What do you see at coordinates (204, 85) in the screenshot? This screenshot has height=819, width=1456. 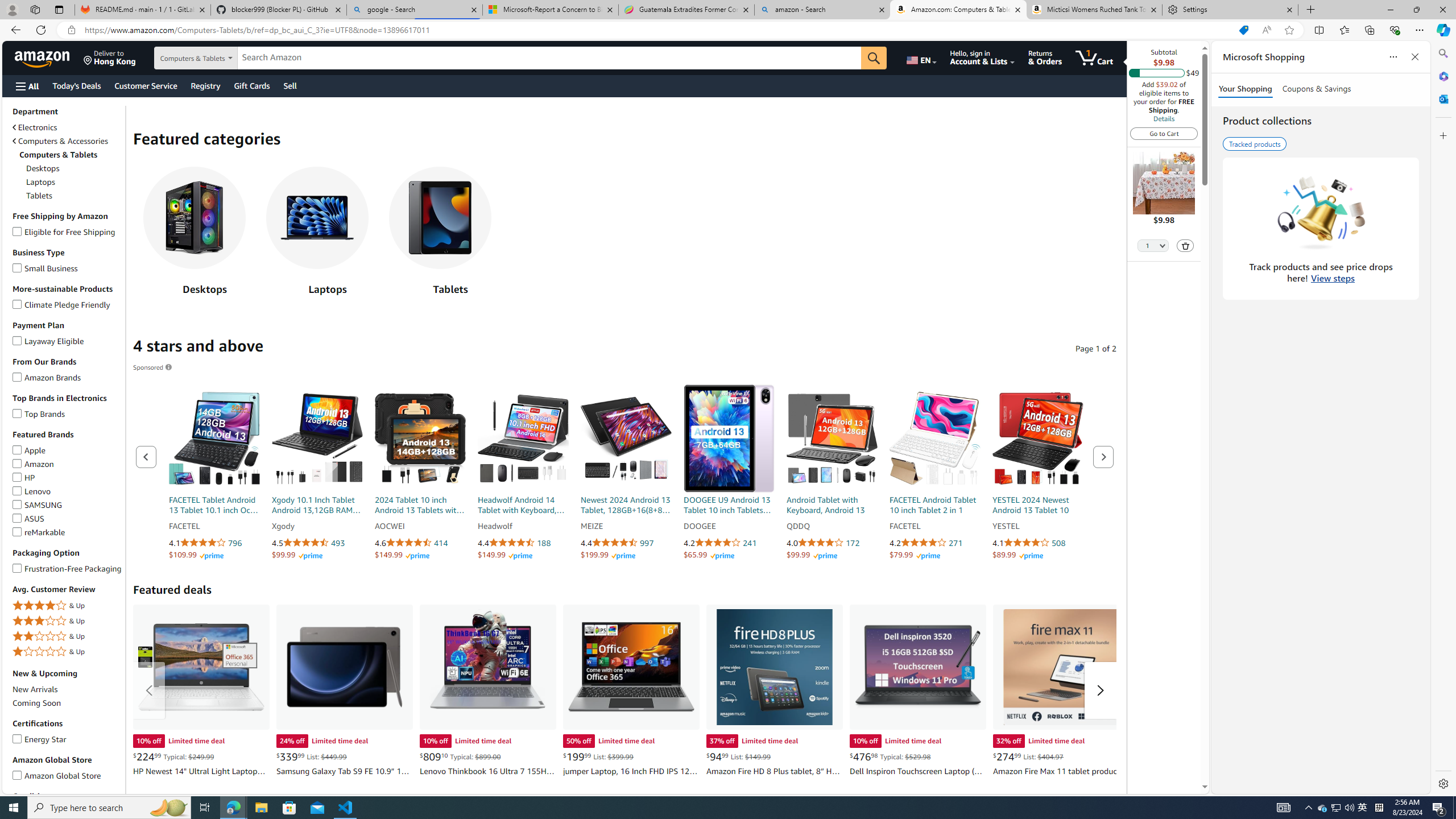 I see `'Registry'` at bounding box center [204, 85].